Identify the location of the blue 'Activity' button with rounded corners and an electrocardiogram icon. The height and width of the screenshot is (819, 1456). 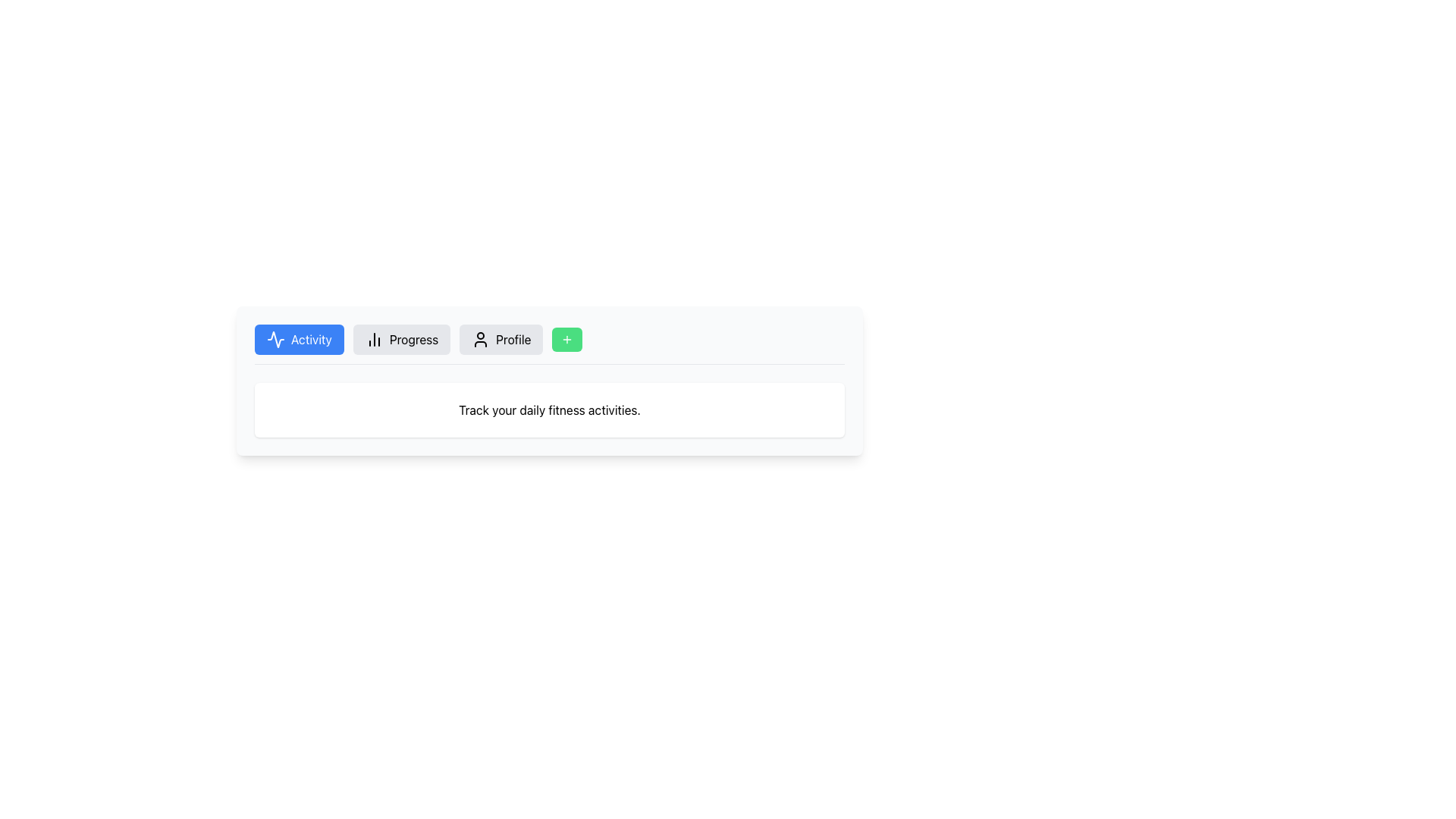
(299, 338).